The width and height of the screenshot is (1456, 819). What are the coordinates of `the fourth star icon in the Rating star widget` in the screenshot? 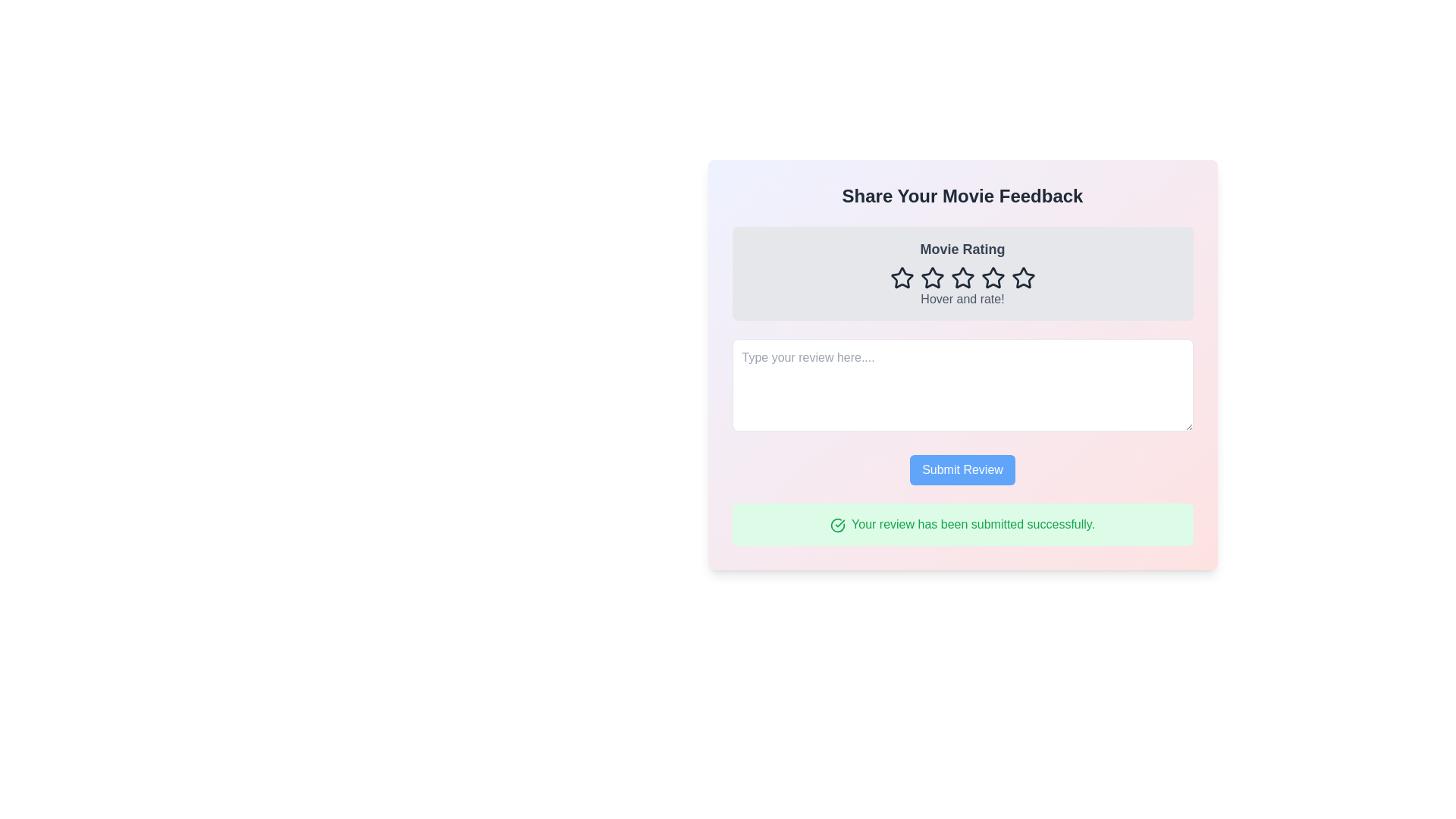 It's located at (993, 278).